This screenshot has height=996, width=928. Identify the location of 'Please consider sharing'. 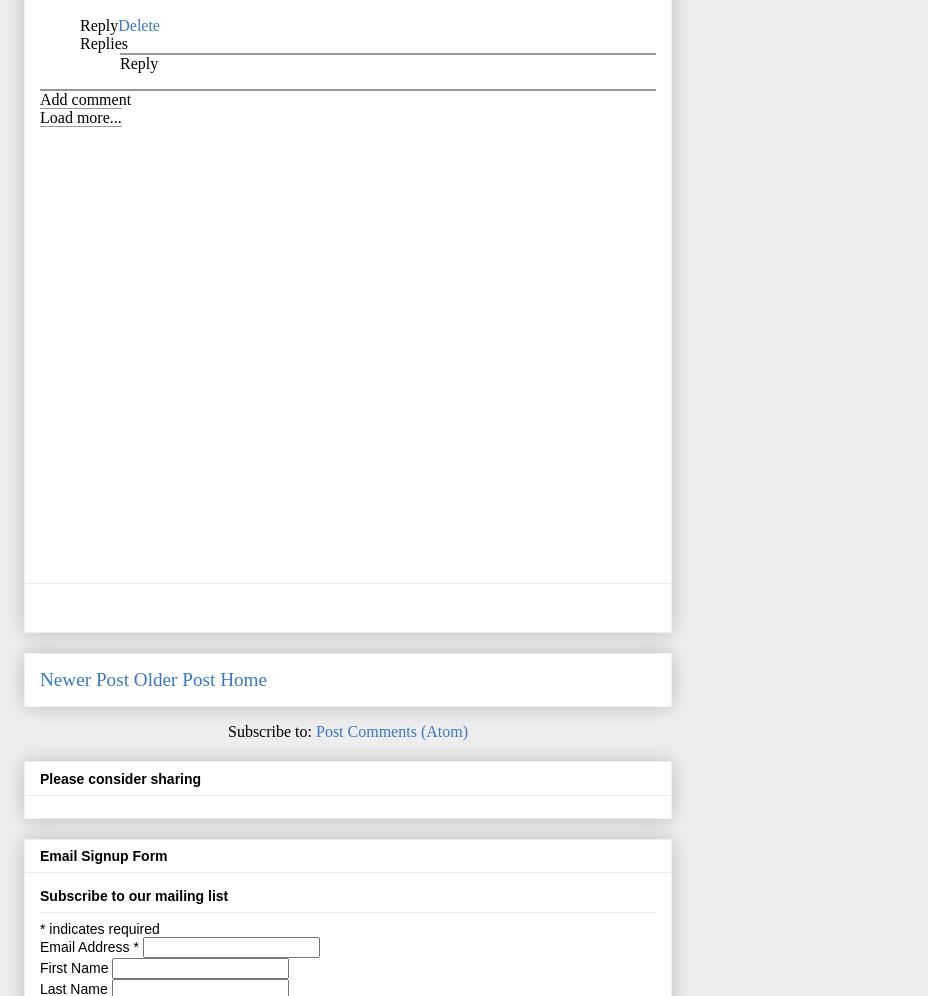
(38, 777).